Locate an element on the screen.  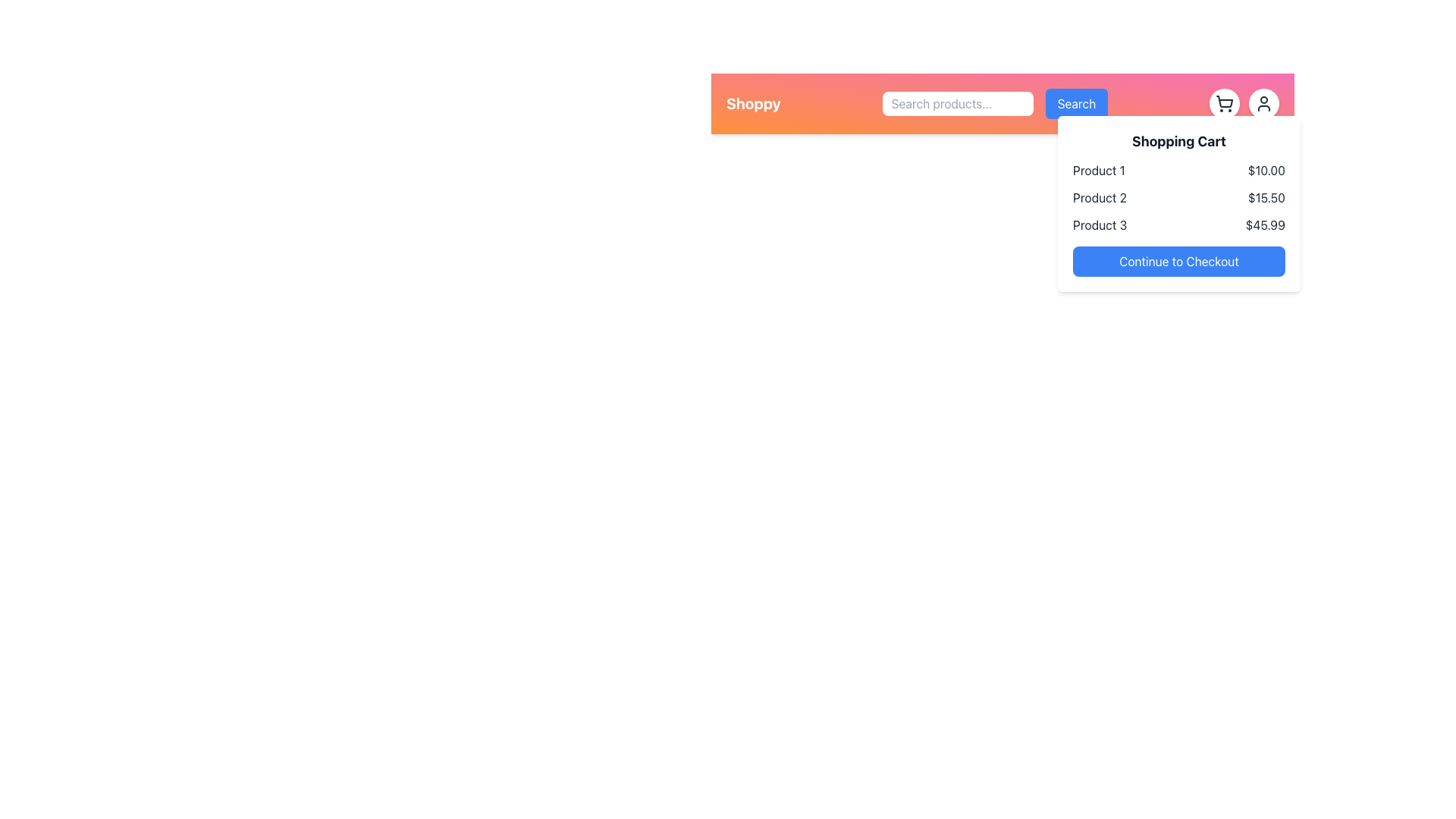
text displayed in the Text Label element that shows the price '$10.00' for 'Product 1', which is positioned in the upper-right section of the shopping cart dropdown menu is located at coordinates (1266, 170).